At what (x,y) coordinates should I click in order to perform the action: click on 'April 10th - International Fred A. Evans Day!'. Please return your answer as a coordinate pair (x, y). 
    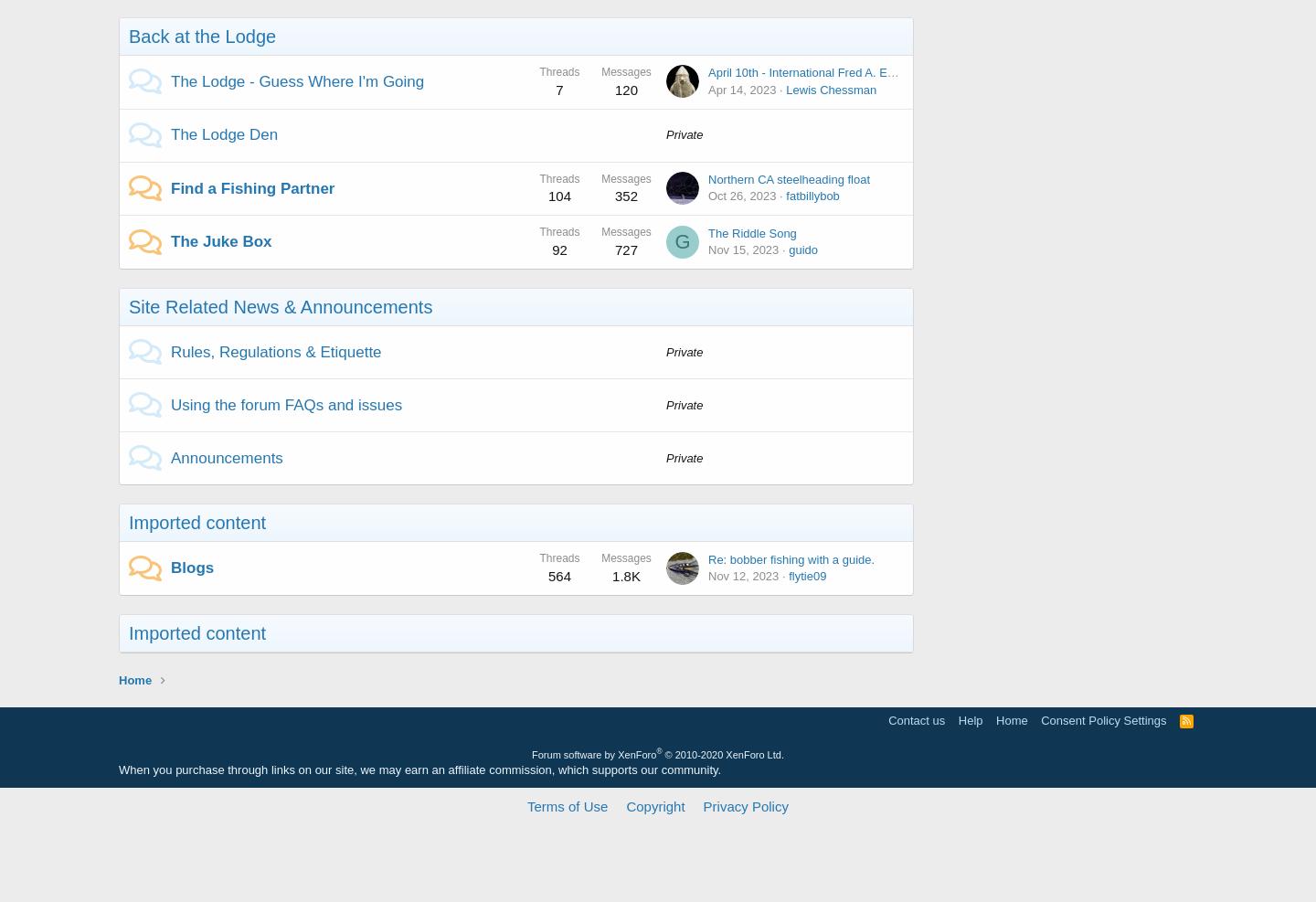
    Looking at the image, I should click on (823, 72).